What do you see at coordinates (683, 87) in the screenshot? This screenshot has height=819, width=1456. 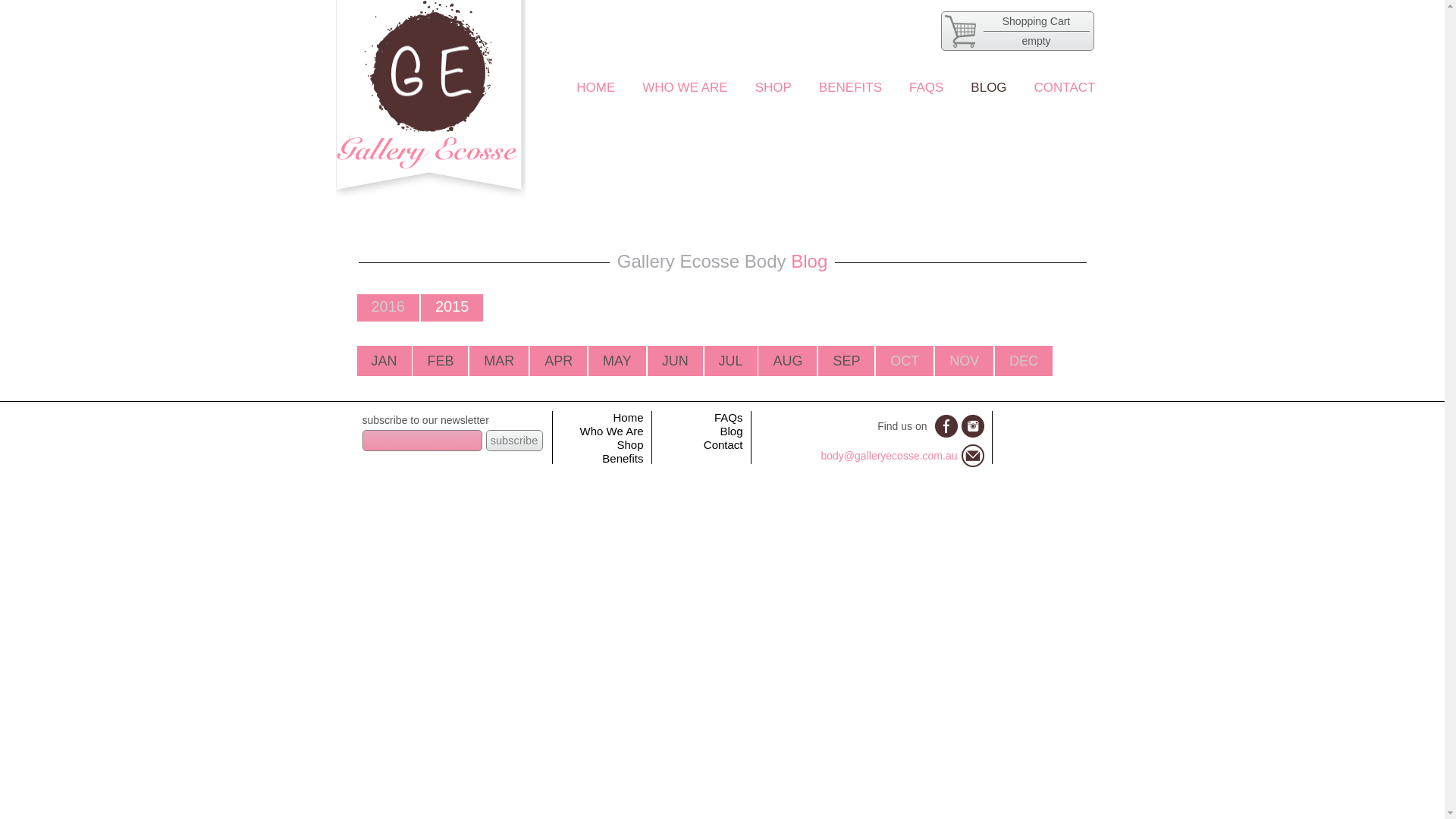 I see `'WHO WE ARE'` at bounding box center [683, 87].